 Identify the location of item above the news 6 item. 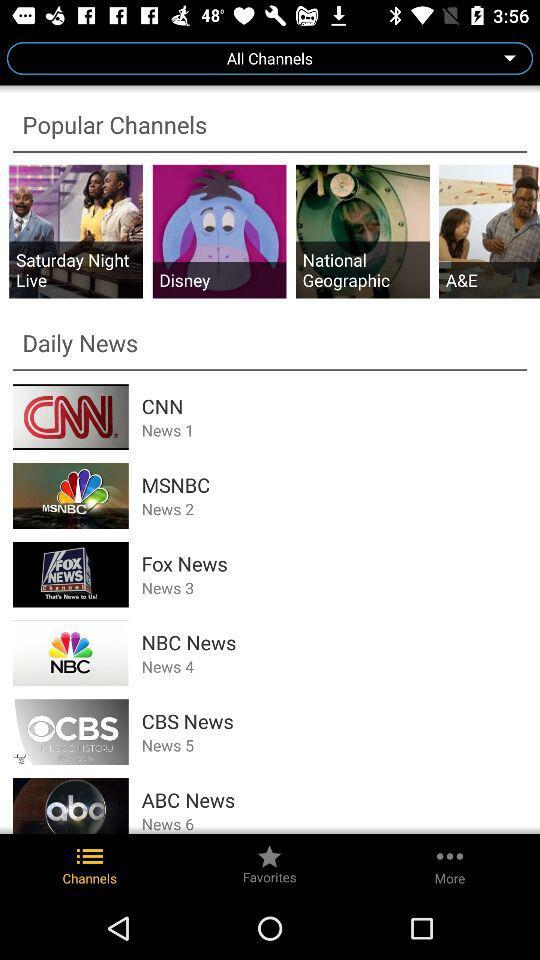
(334, 800).